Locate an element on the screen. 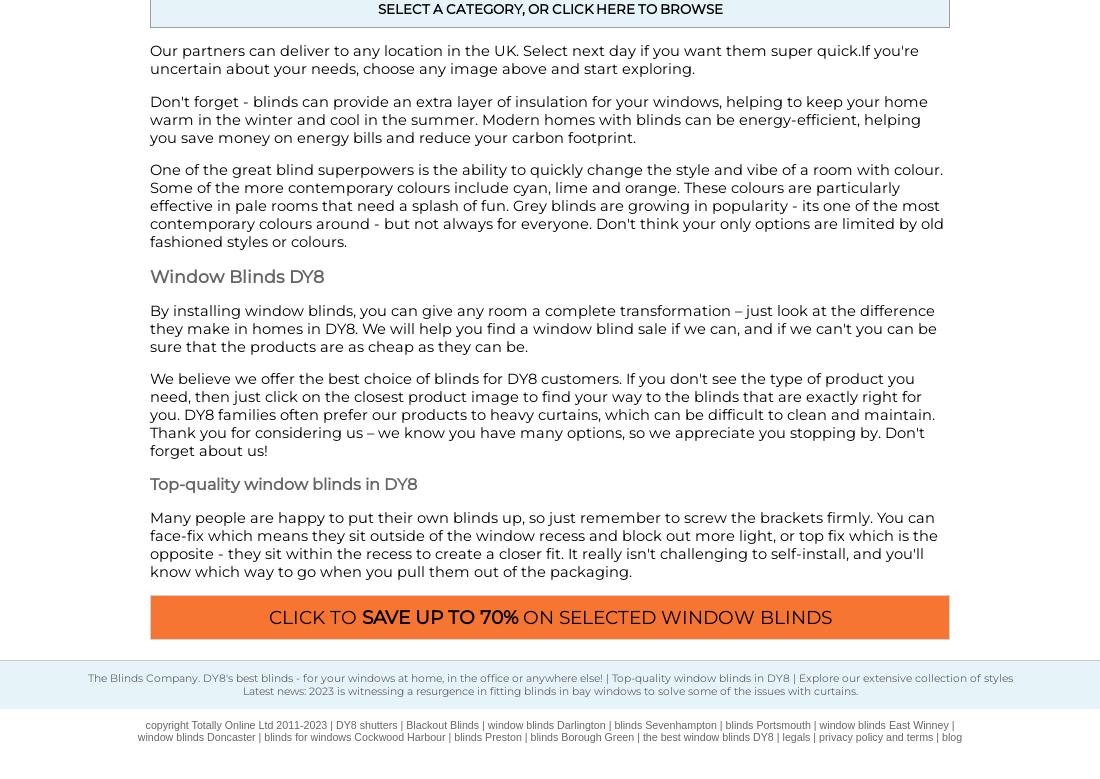 Image resolution: width=1100 pixels, height=779 pixels. 'Blackout Blinds' is located at coordinates (441, 724).